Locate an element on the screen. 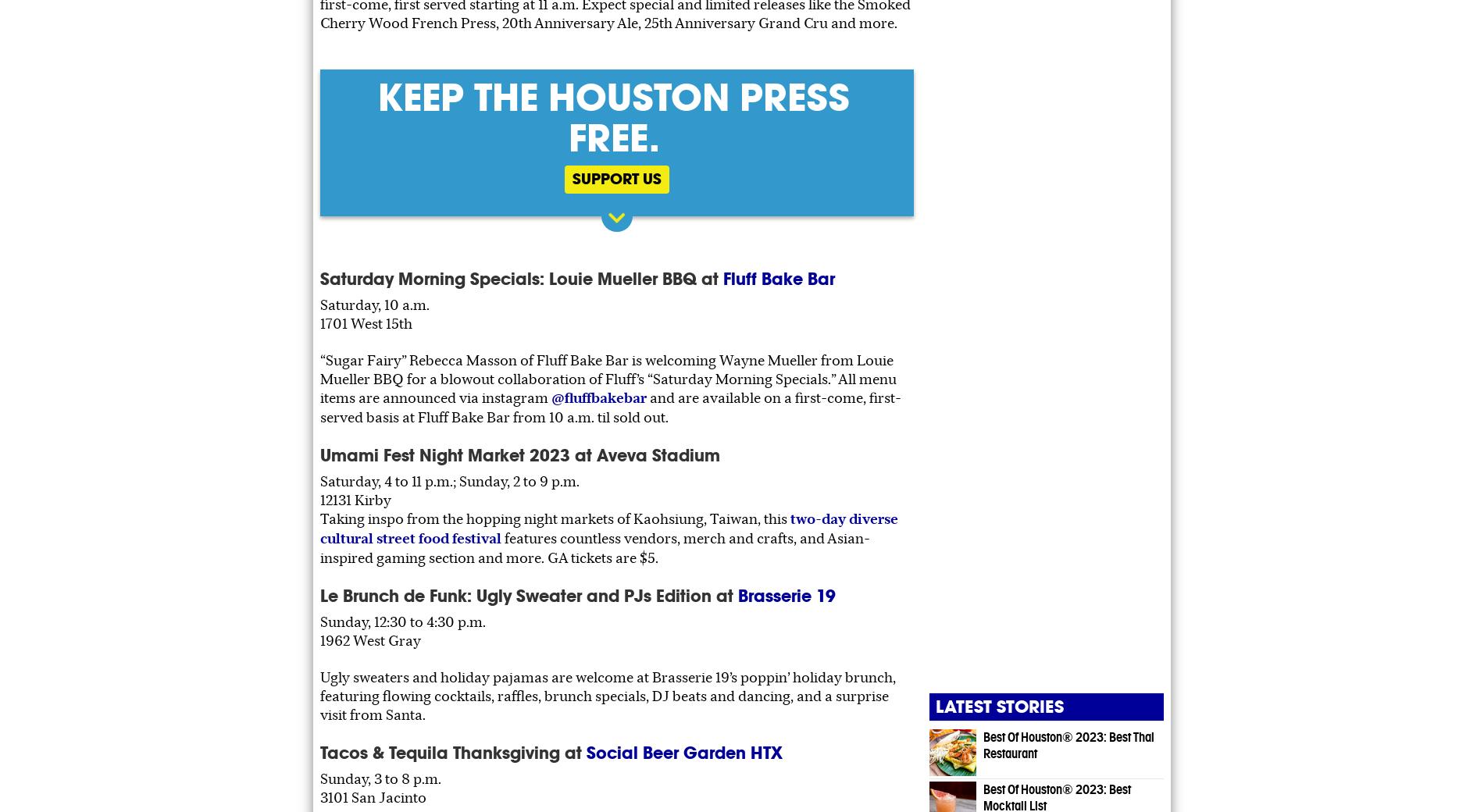  'Social Beer Garden HTX' is located at coordinates (586, 752).